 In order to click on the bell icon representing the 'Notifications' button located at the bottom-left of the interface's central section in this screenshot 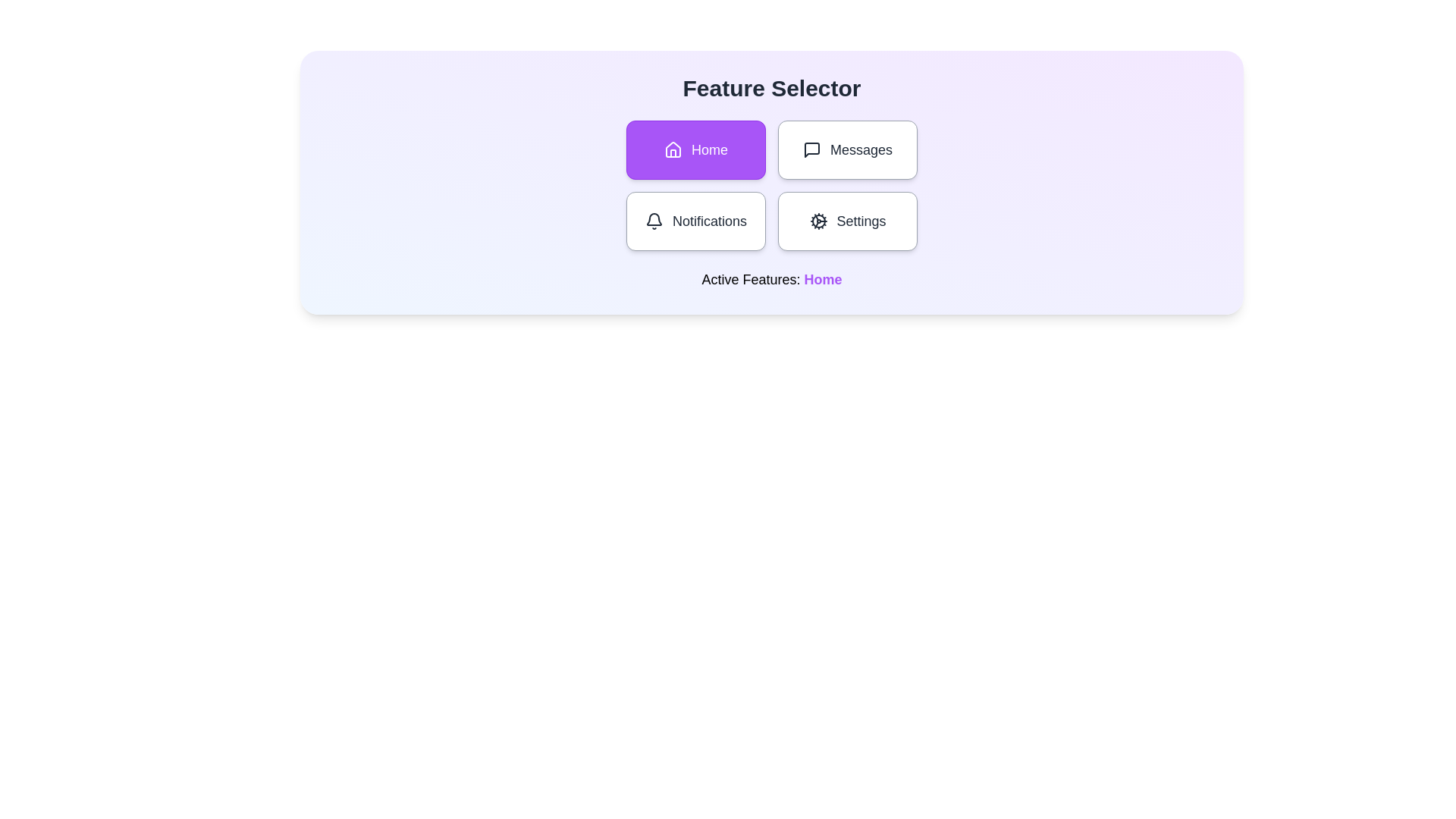, I will do `click(654, 221)`.